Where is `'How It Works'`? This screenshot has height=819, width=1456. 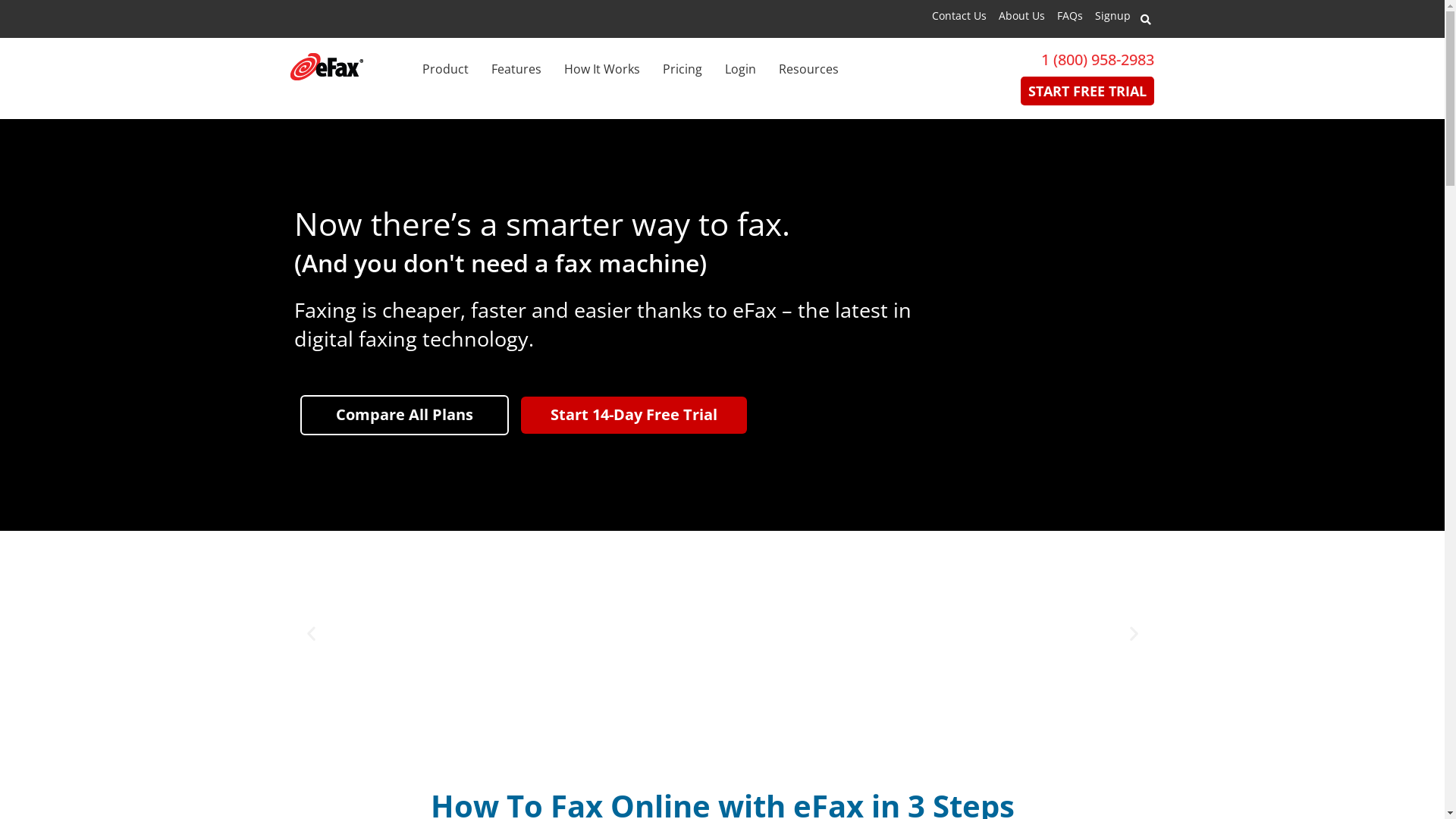
'How It Works' is located at coordinates (601, 70).